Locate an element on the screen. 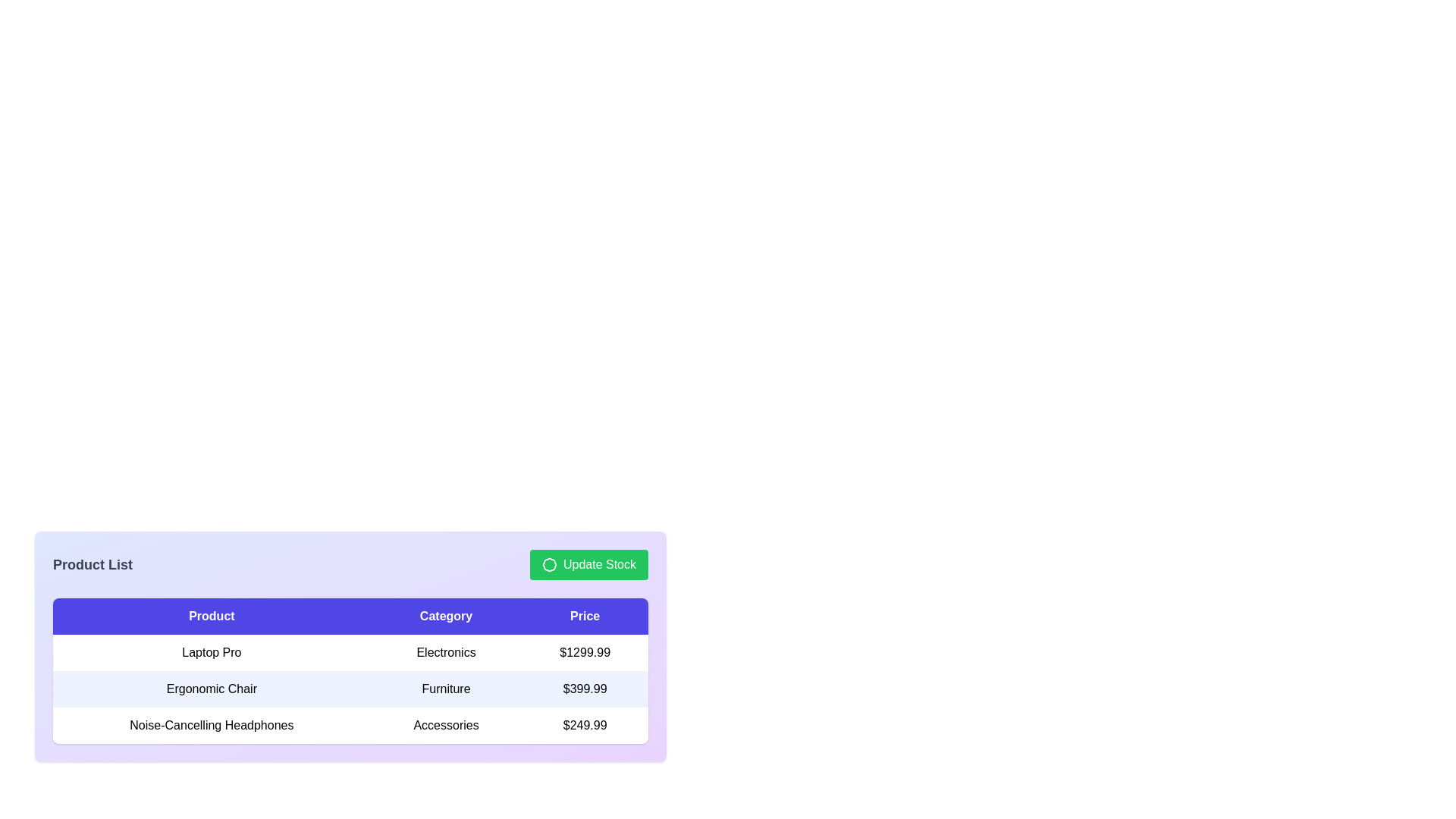 The height and width of the screenshot is (819, 1456). the 'Category' text label that indicates the product type 'Laptop Pro', located in the second column of the first row of the table is located at coordinates (445, 651).